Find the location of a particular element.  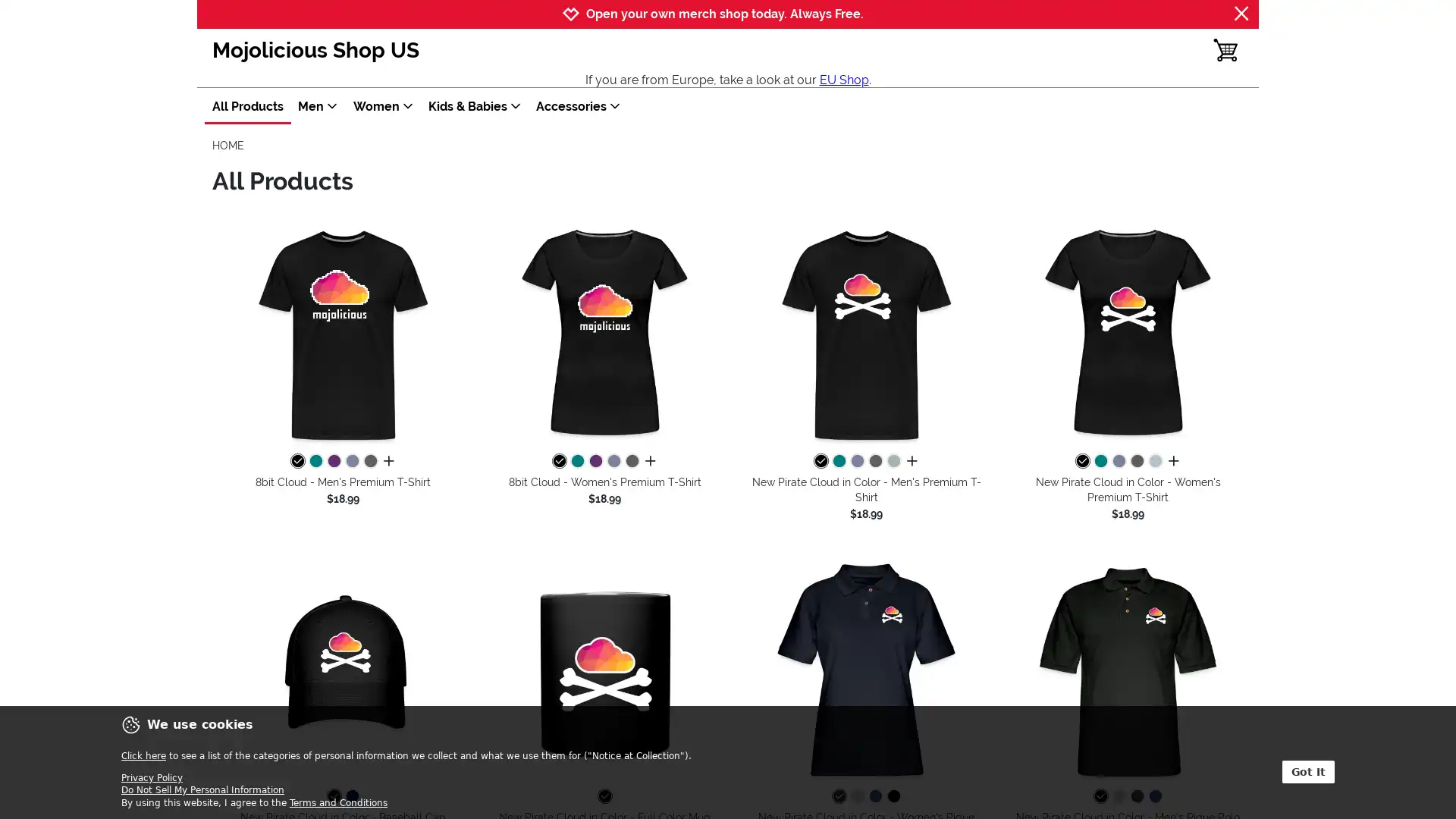

black is located at coordinates (558, 461).